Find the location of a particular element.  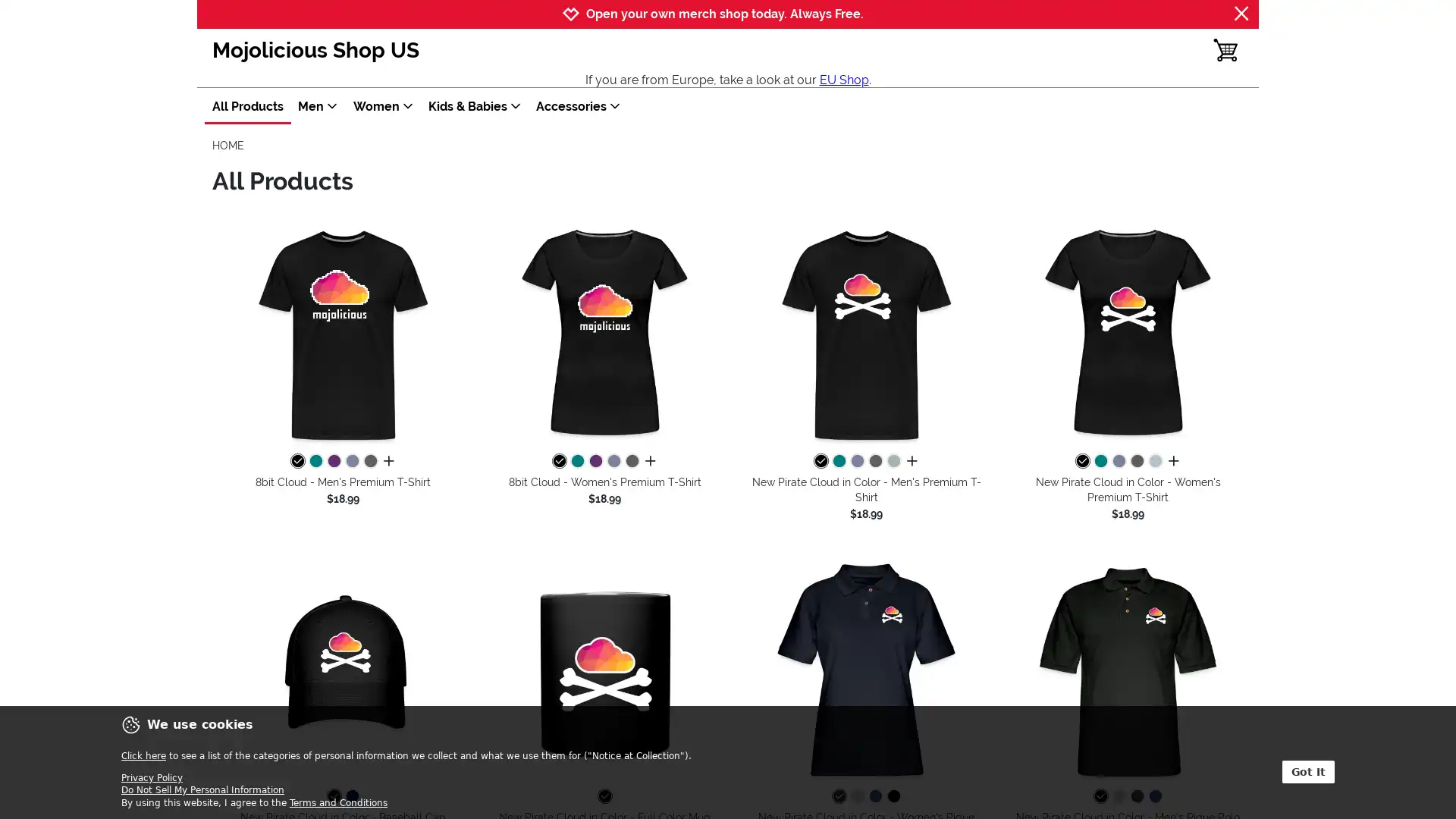

black is located at coordinates (558, 461).